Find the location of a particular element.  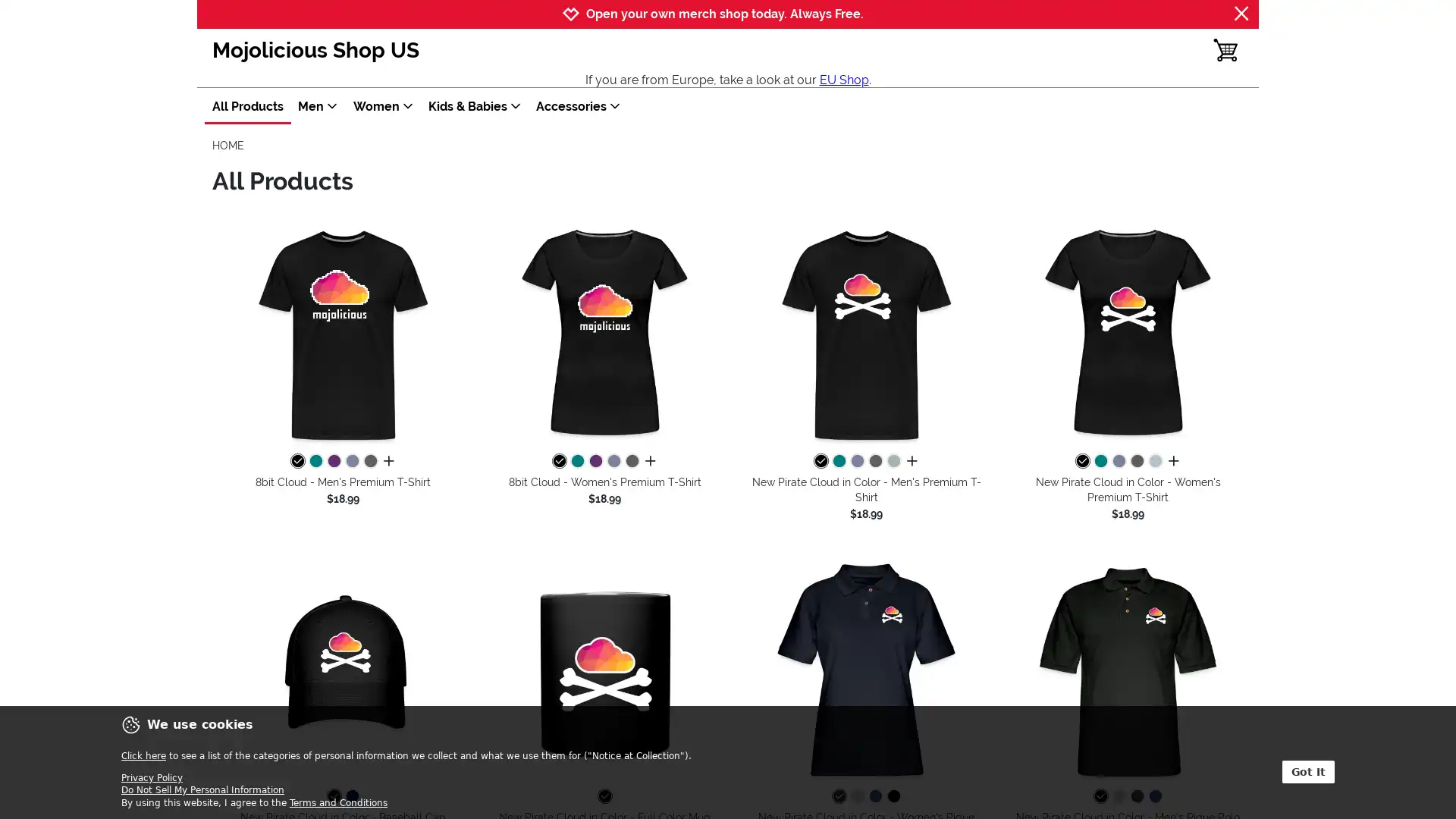

black is located at coordinates (558, 461).